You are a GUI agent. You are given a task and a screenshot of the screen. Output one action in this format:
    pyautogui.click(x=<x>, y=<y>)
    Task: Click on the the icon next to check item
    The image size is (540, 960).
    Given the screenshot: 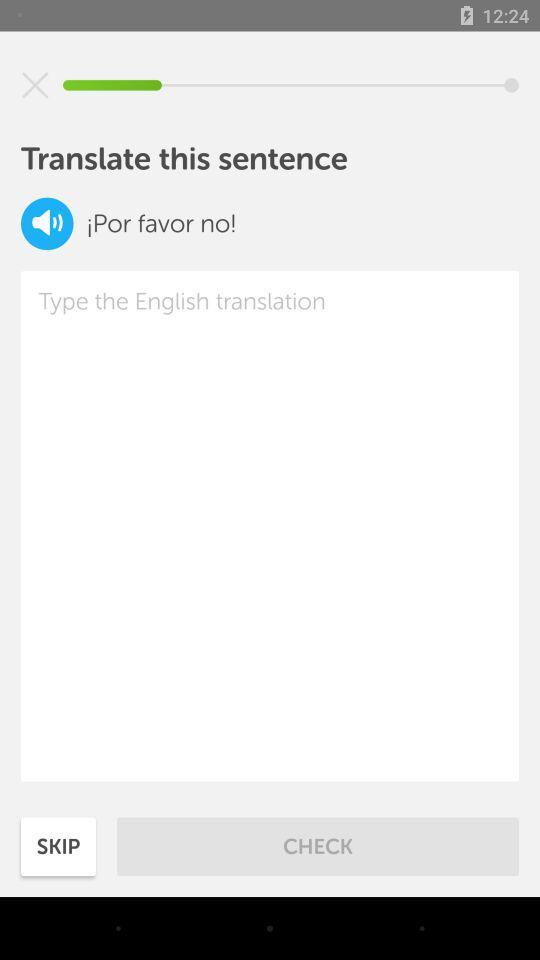 What is the action you would take?
    pyautogui.click(x=58, y=845)
    